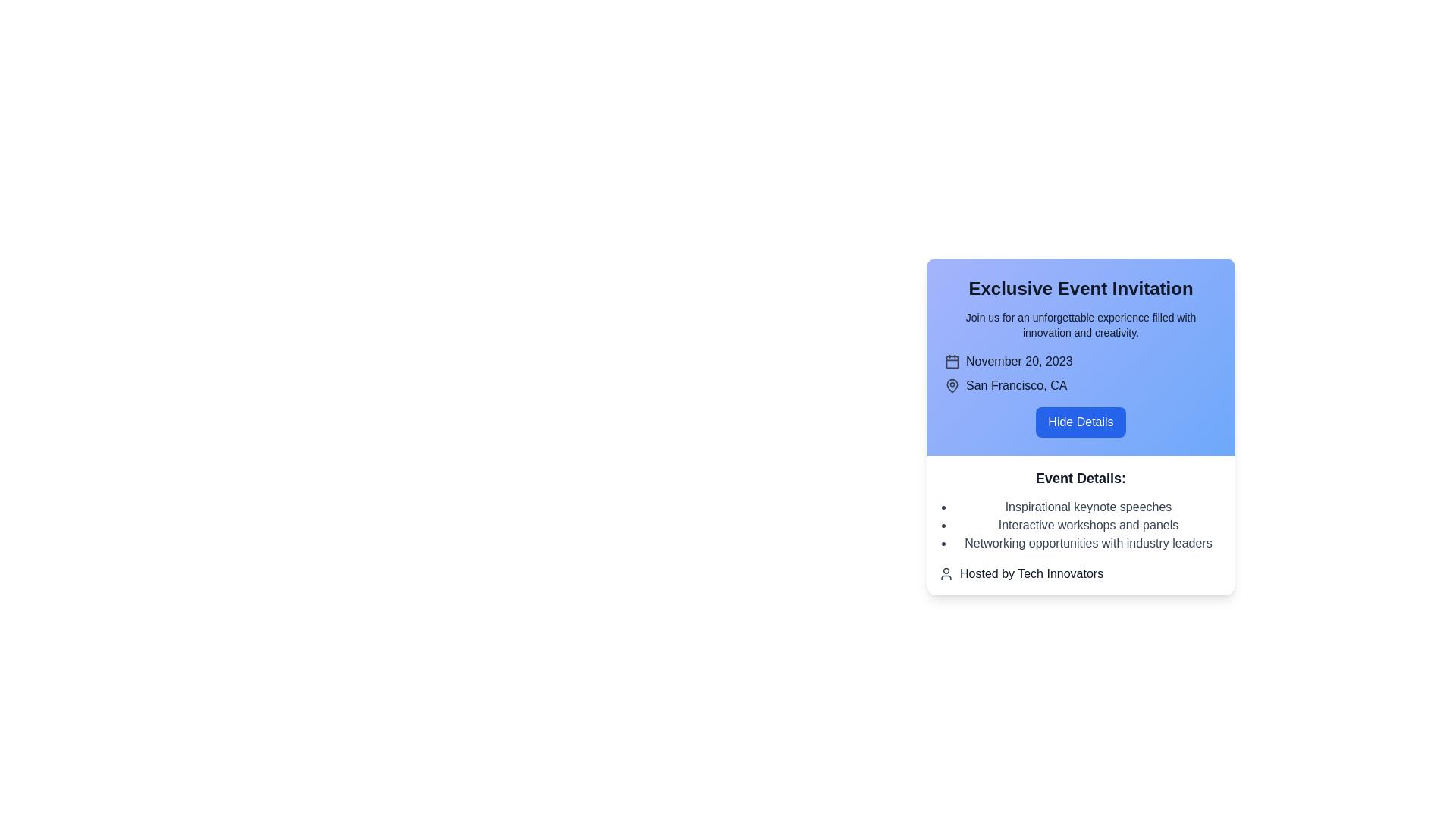 The image size is (1456, 819). What do you see at coordinates (1080, 422) in the screenshot?
I see `the 'Hide Details' button with a blue background located below the 'San Francisco, CA' text` at bounding box center [1080, 422].